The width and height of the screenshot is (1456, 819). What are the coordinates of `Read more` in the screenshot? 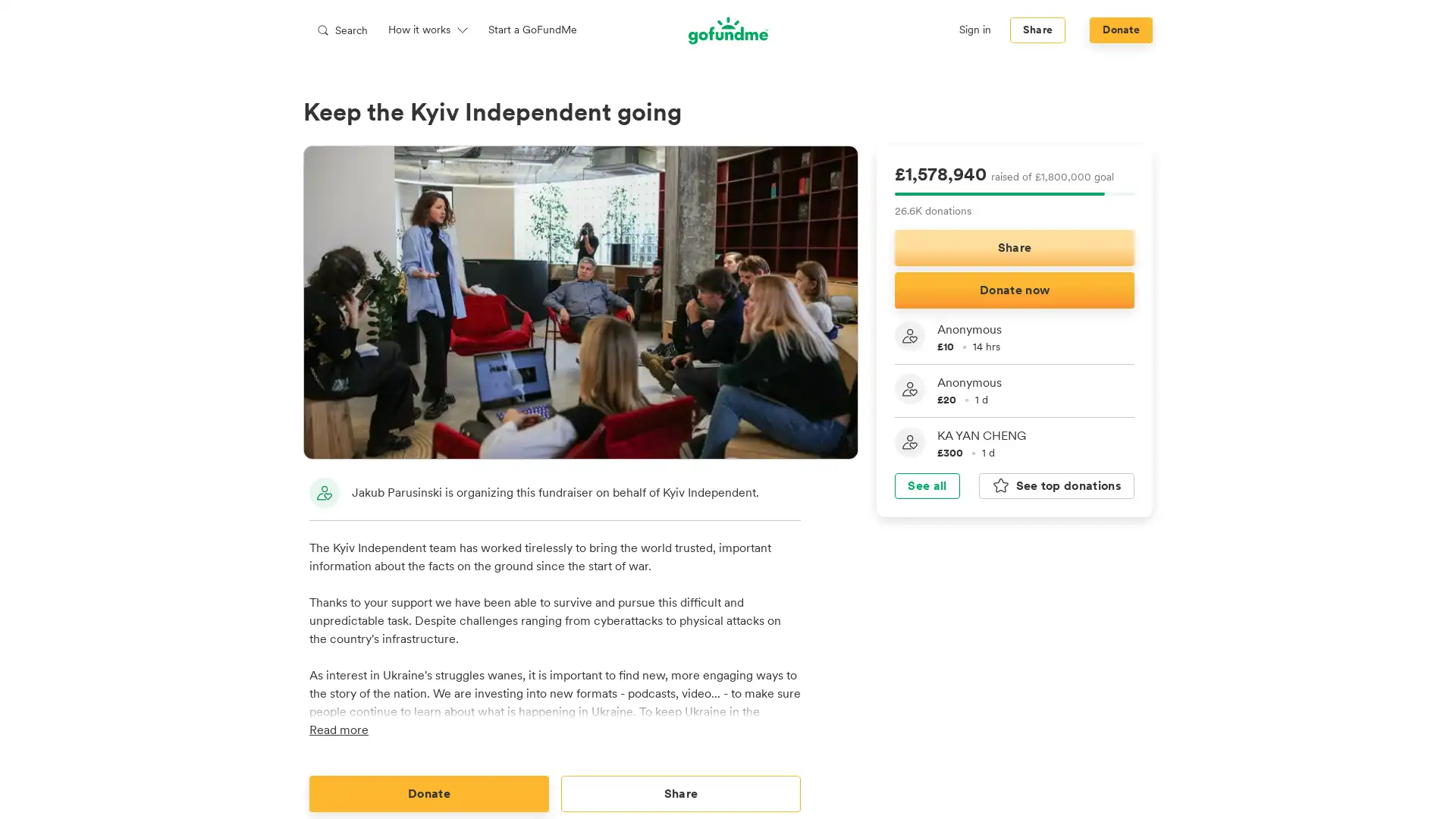 It's located at (337, 728).